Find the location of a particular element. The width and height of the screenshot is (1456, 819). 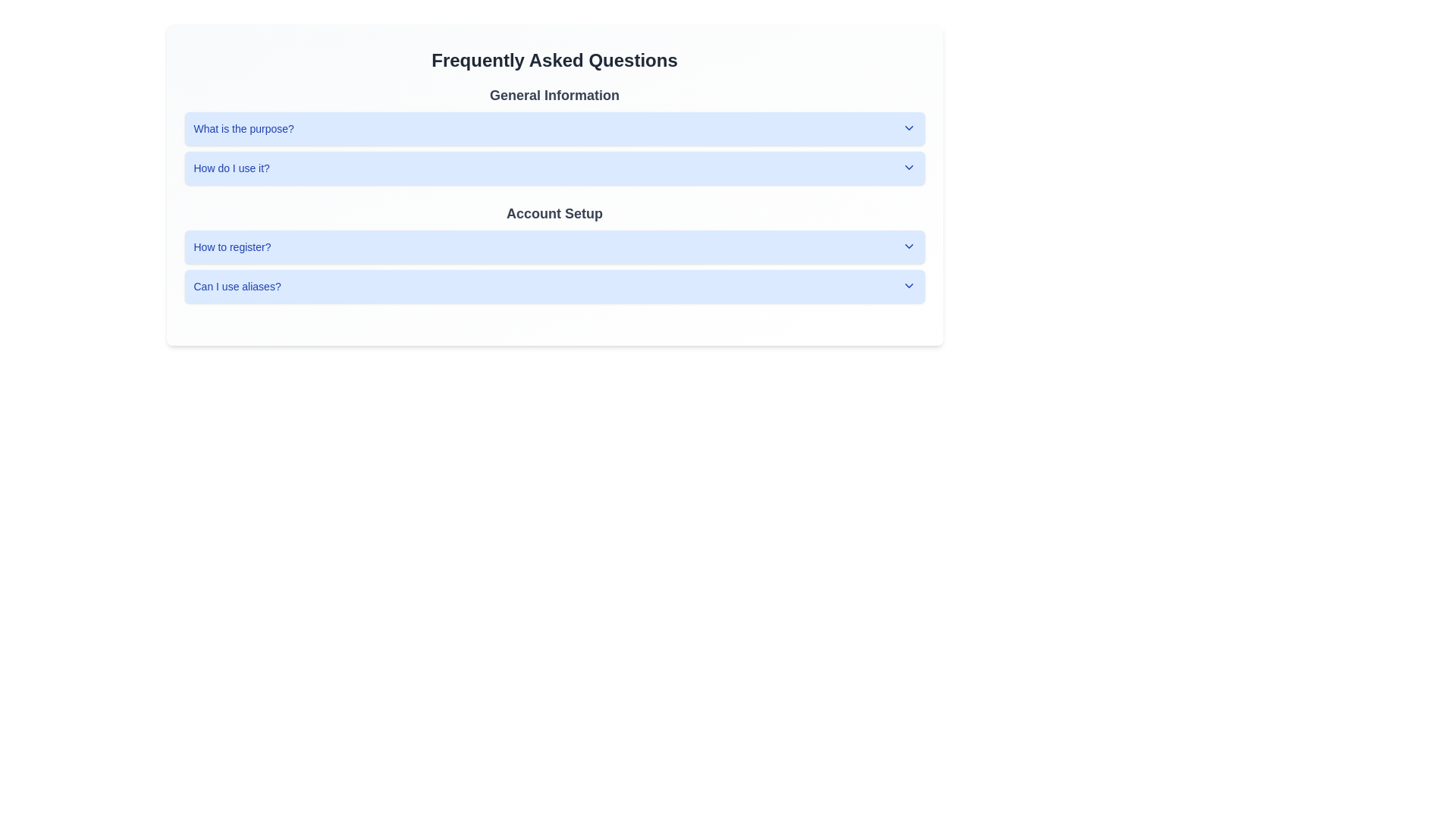

the dropdown item labeled 'Can I use aliases?' which is styled with a blue background and rounded borders, positioned under 'How to register?' in the FAQ layout is located at coordinates (554, 287).